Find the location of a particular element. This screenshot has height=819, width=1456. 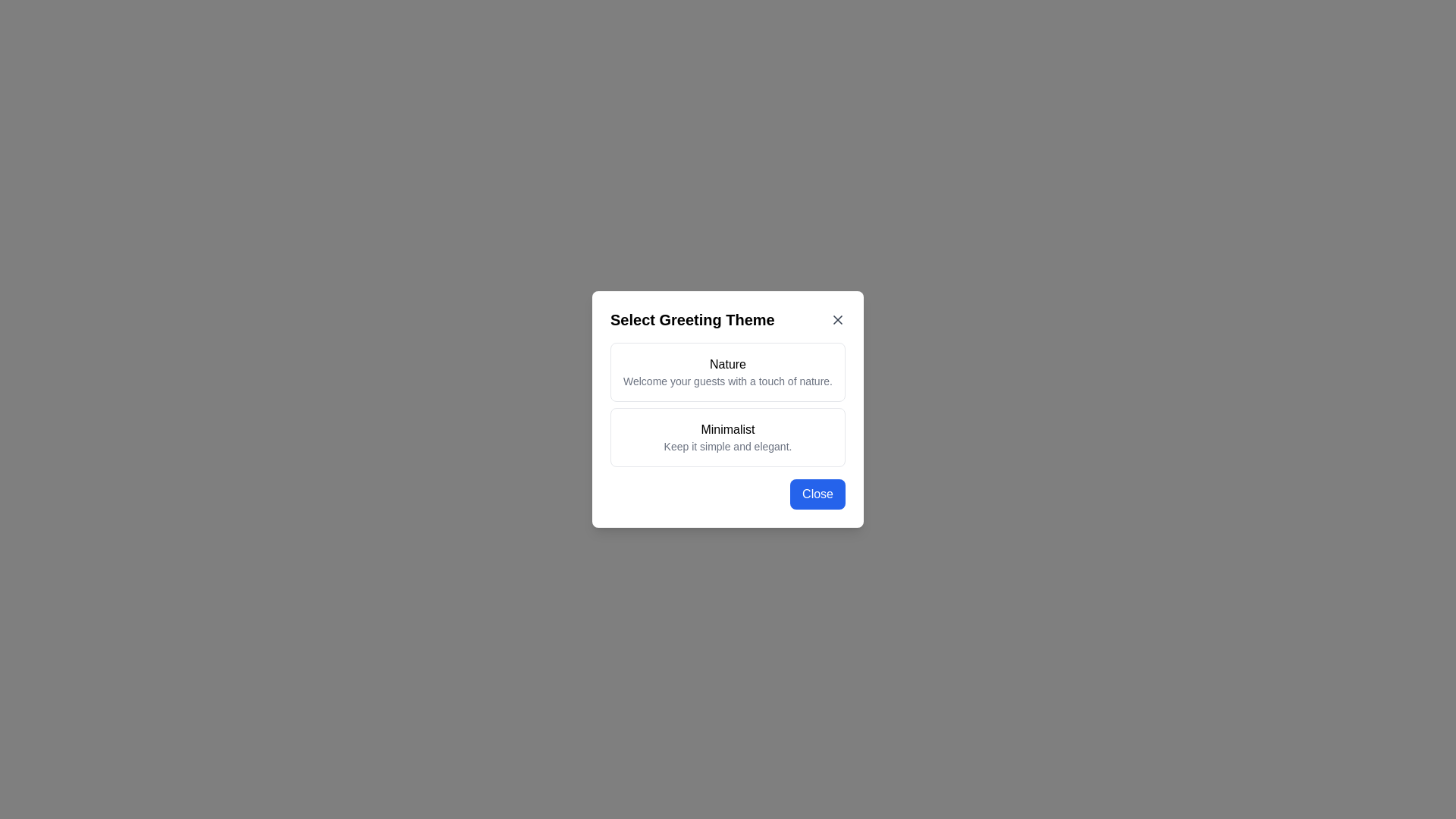

the static text label displaying 'Welcome your guests with a touch of nature.' located within the 'Nature' panel in the modal window titled 'Select Greeting Theme.' is located at coordinates (728, 380).